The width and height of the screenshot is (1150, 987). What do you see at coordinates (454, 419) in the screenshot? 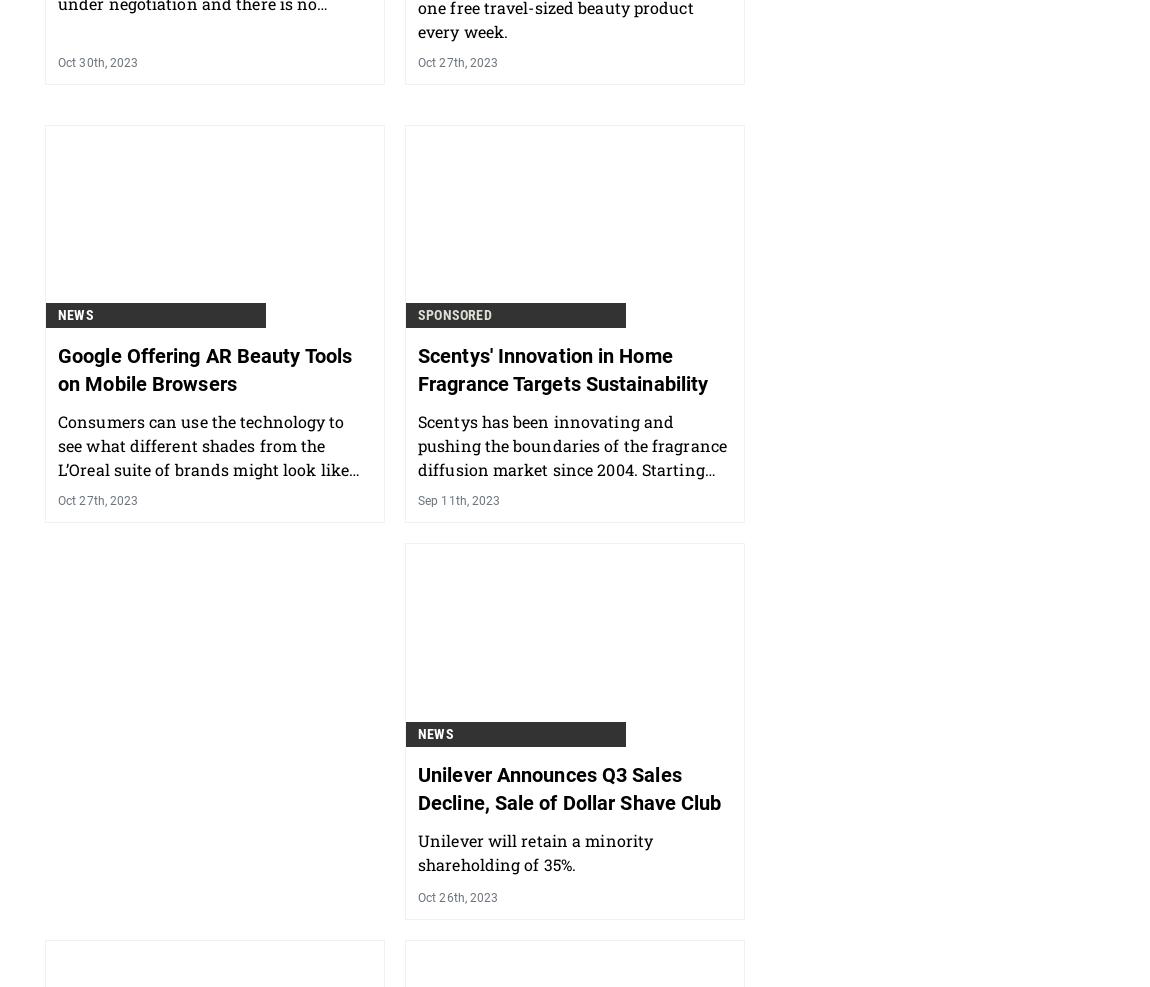
I see `'Sponsored'` at bounding box center [454, 419].